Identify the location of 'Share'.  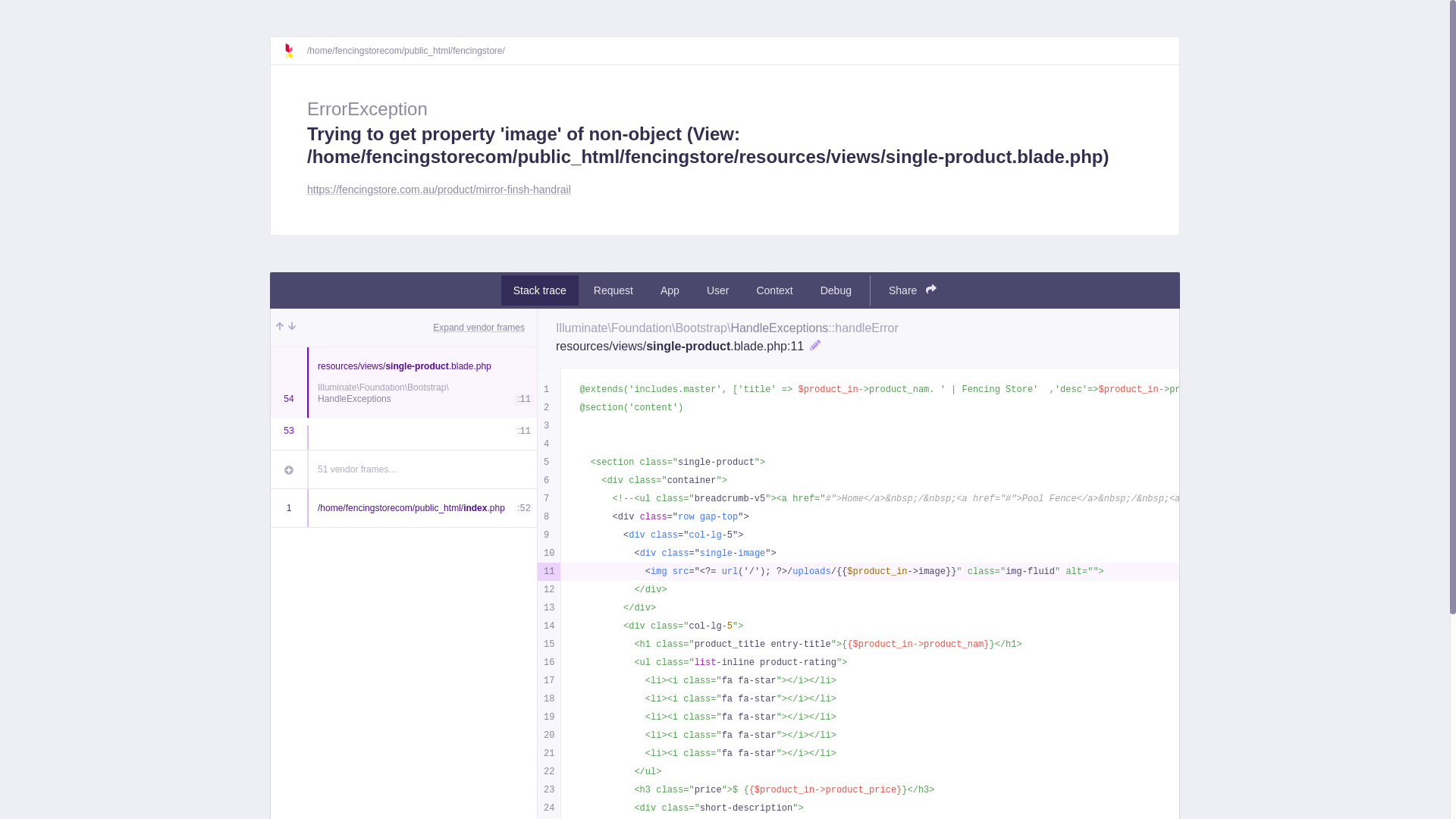
(912, 290).